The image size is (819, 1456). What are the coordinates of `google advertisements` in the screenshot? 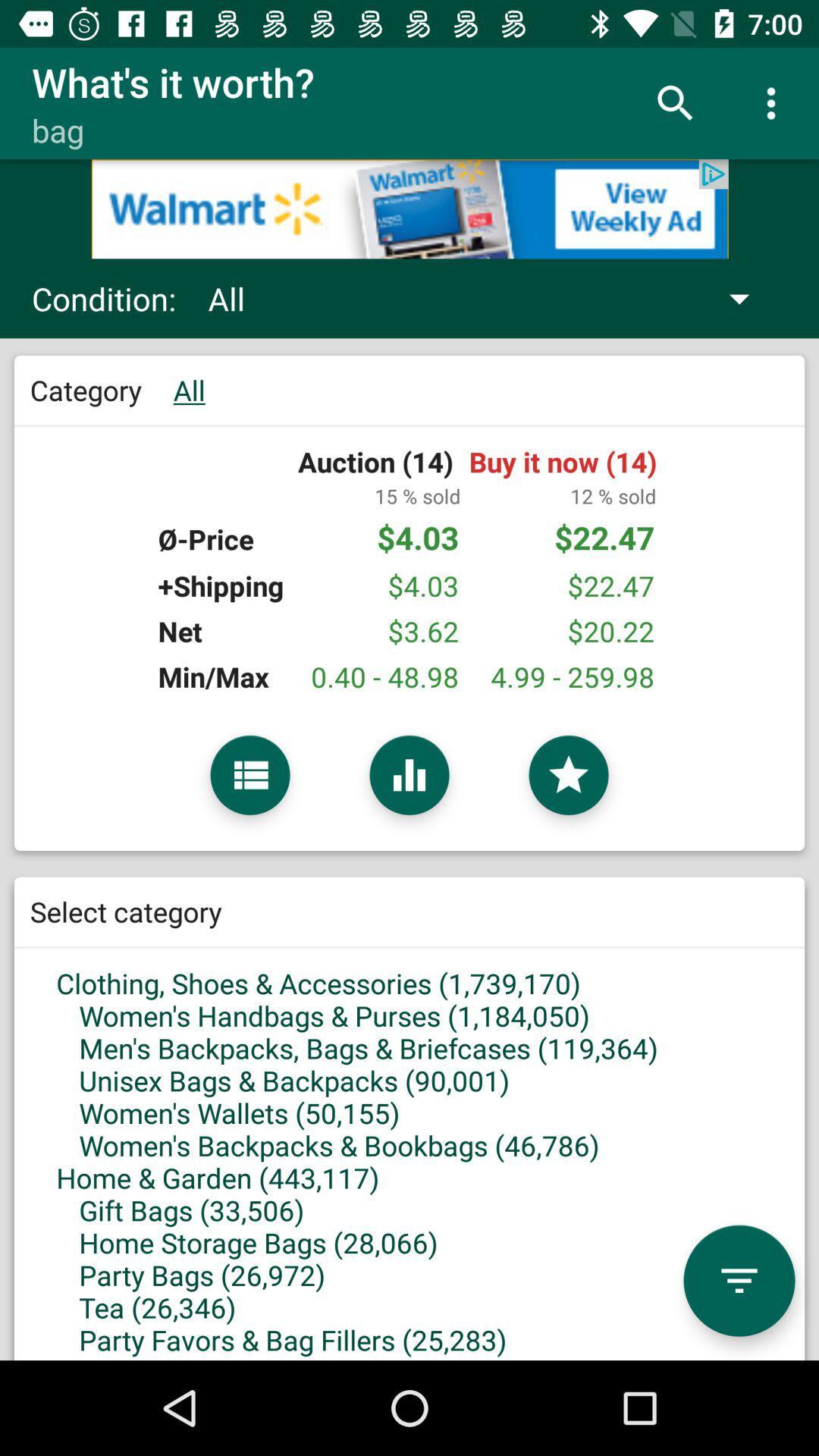 It's located at (409, 208).